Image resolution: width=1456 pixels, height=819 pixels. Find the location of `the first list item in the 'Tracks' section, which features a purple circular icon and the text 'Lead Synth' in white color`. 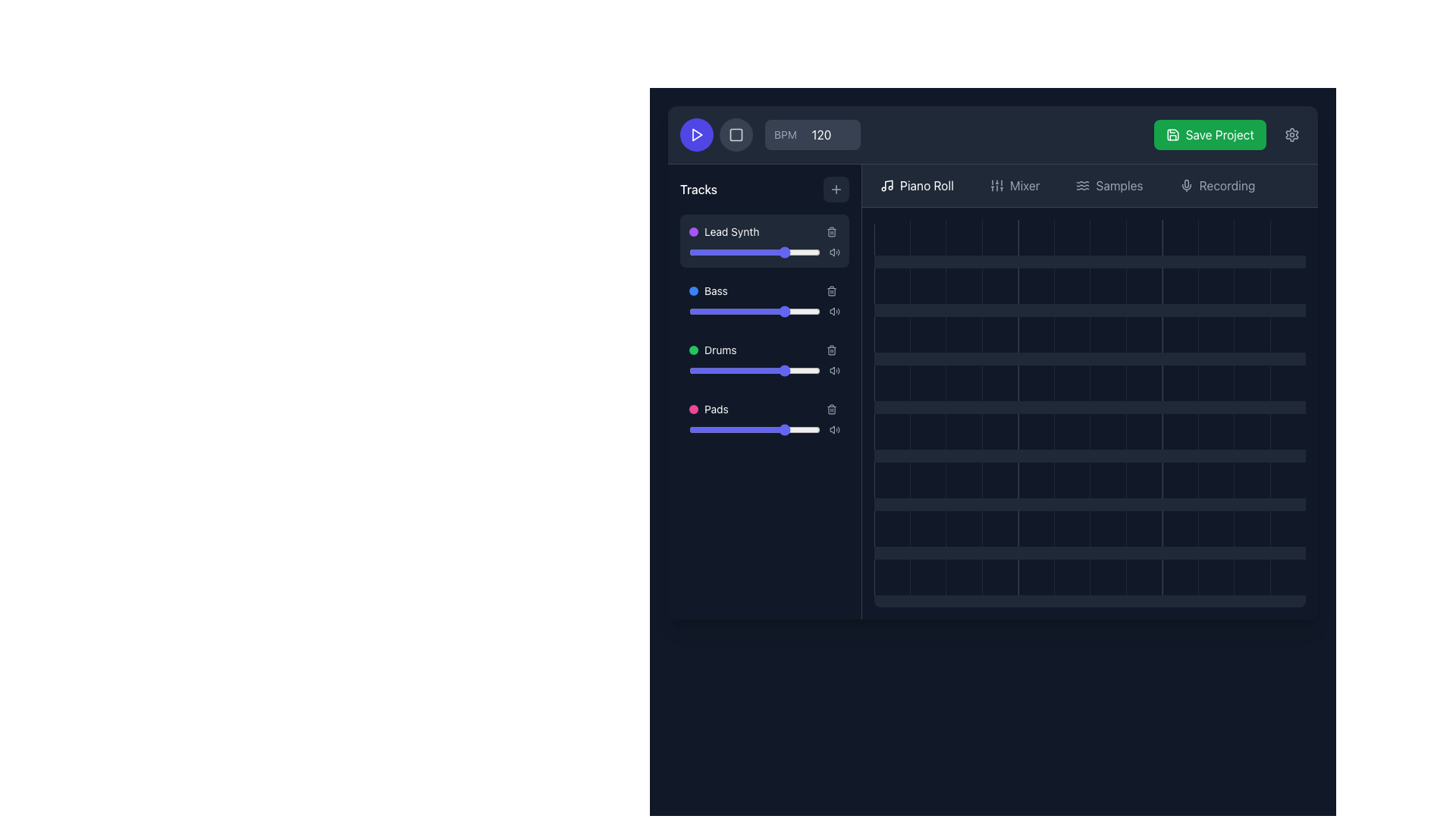

the first list item in the 'Tracks' section, which features a purple circular icon and the text 'Lead Synth' in white color is located at coordinates (723, 231).